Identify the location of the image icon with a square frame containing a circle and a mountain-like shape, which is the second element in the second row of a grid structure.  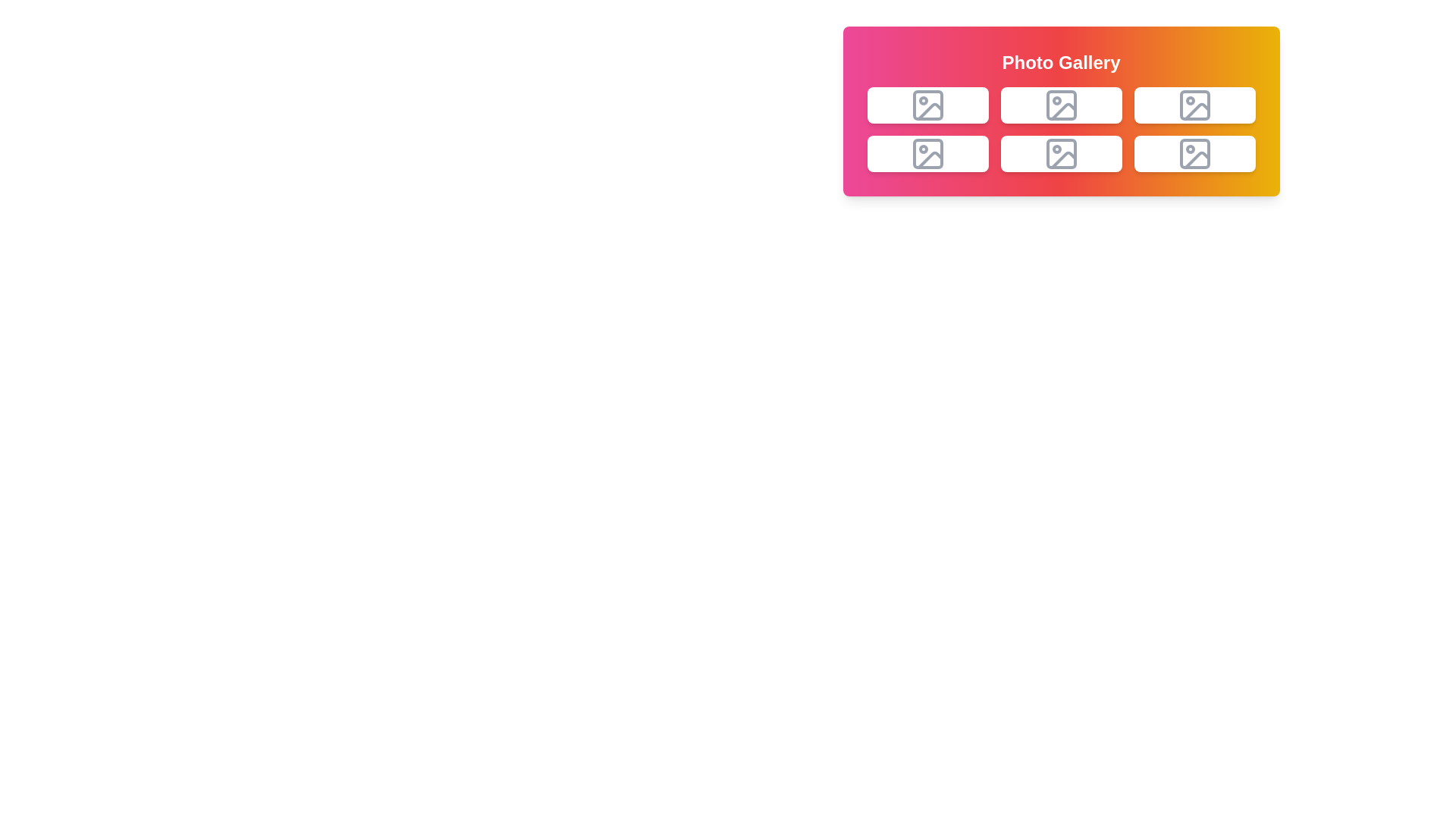
(927, 154).